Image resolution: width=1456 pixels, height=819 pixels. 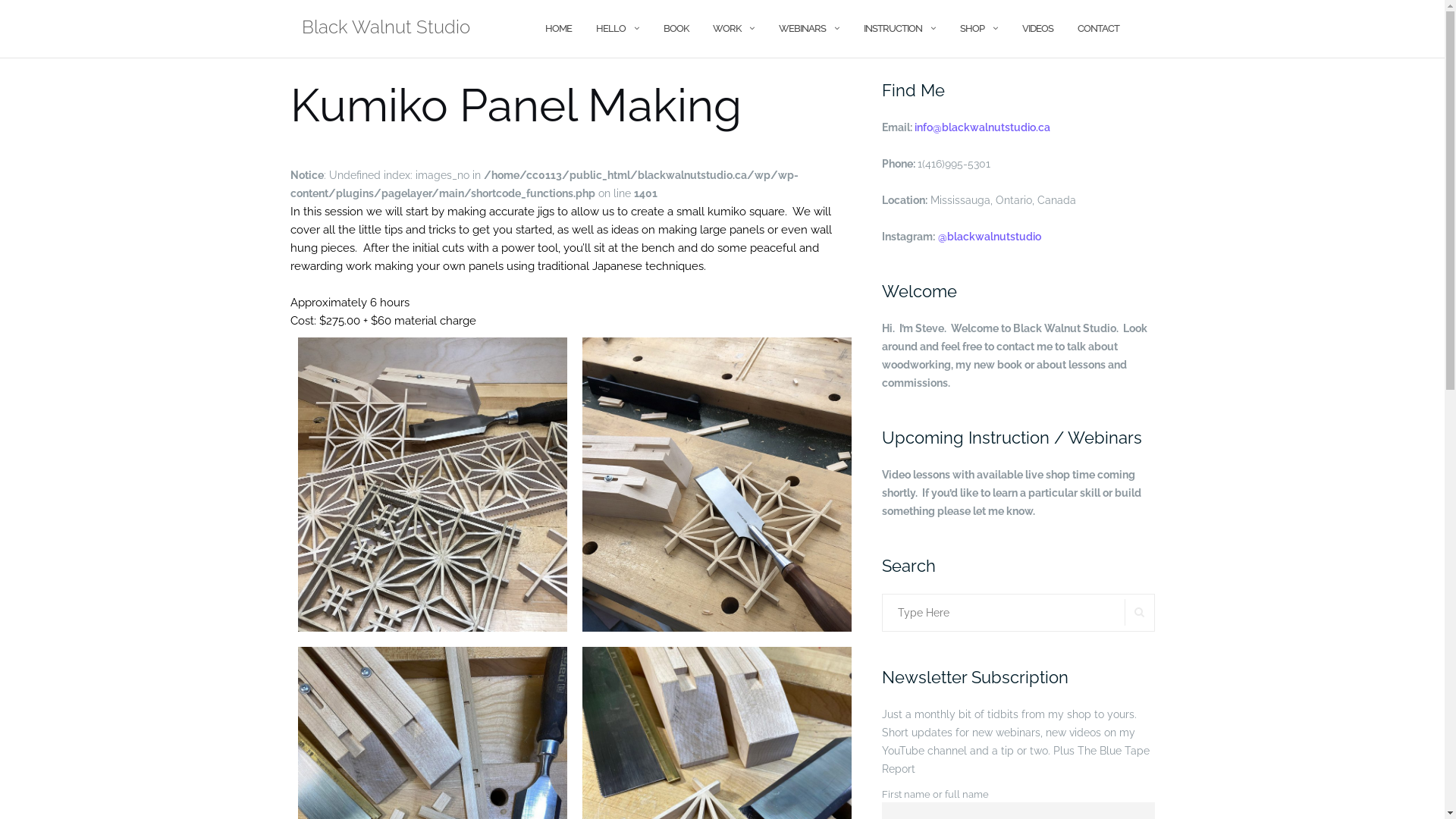 What do you see at coordinates (800, 28) in the screenshot?
I see `'WEBINARS'` at bounding box center [800, 28].